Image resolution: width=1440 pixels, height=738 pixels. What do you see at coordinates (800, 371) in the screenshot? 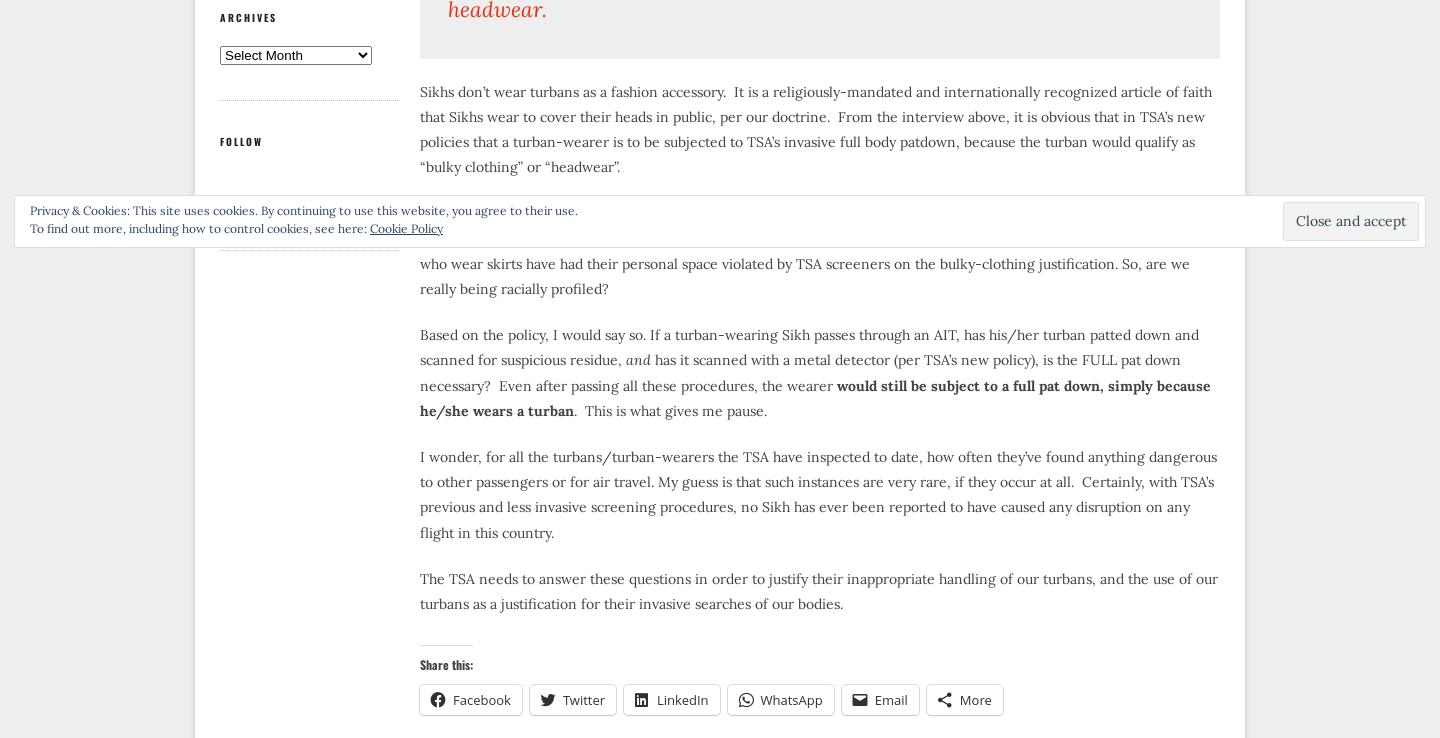
I see `'has it scanned with a metal detector (per TSA’s new policy), is the FULL pat down necessary?  Even after passing all these procedures, the wearer'` at bounding box center [800, 371].